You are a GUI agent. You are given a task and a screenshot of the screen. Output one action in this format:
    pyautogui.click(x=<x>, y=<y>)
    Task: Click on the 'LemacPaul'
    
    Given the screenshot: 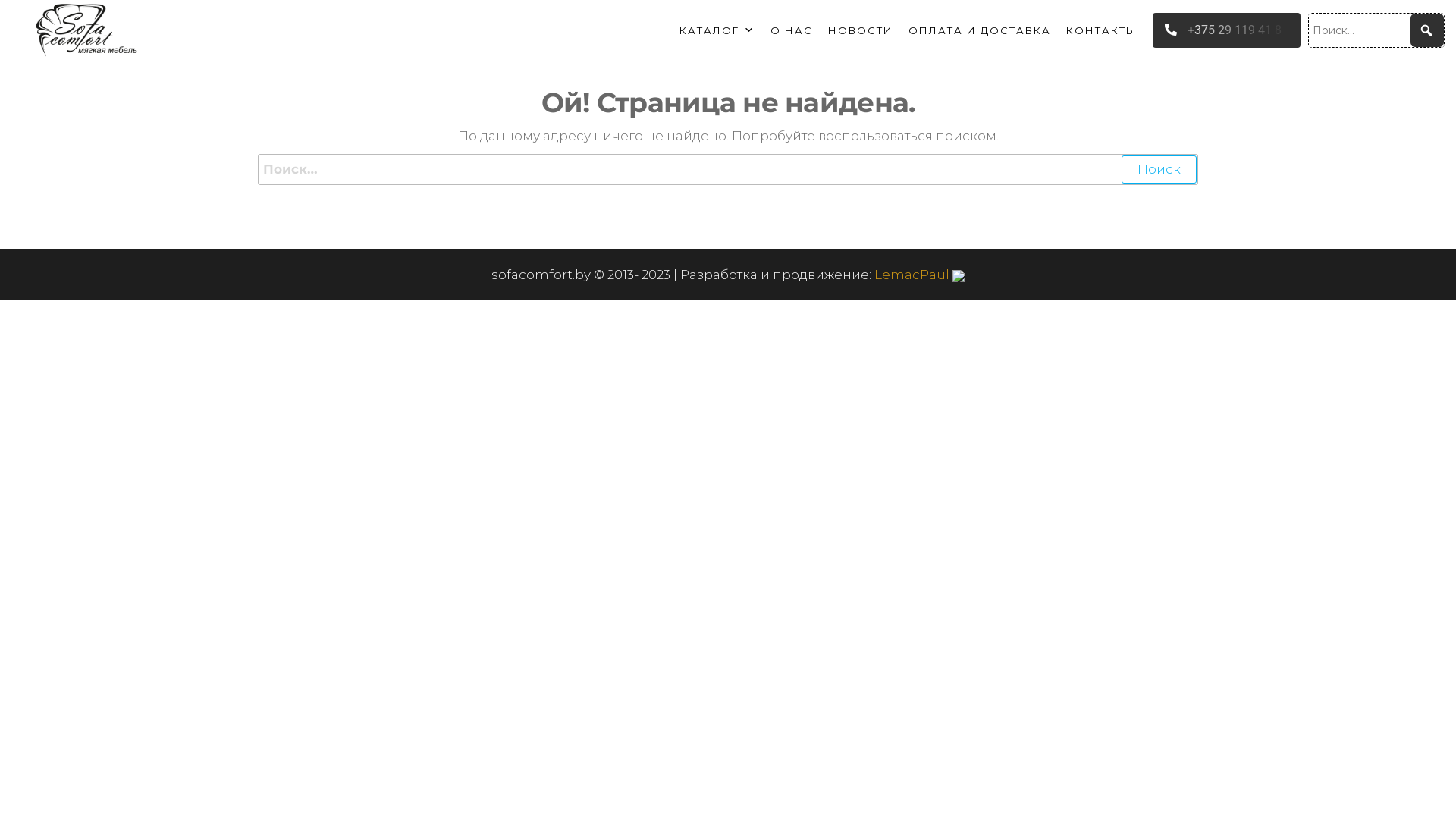 What is the action you would take?
    pyautogui.click(x=918, y=275)
    